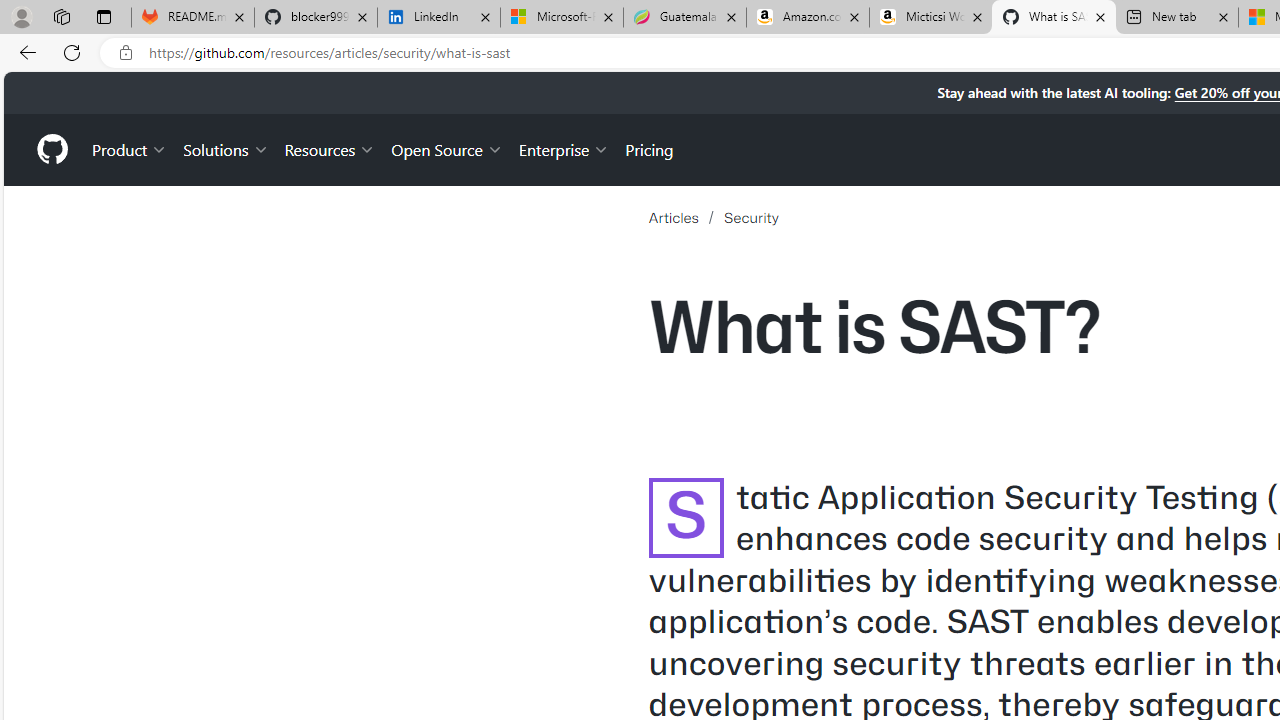 Image resolution: width=1280 pixels, height=720 pixels. What do you see at coordinates (686, 217) in the screenshot?
I see `'Articles'` at bounding box center [686, 217].